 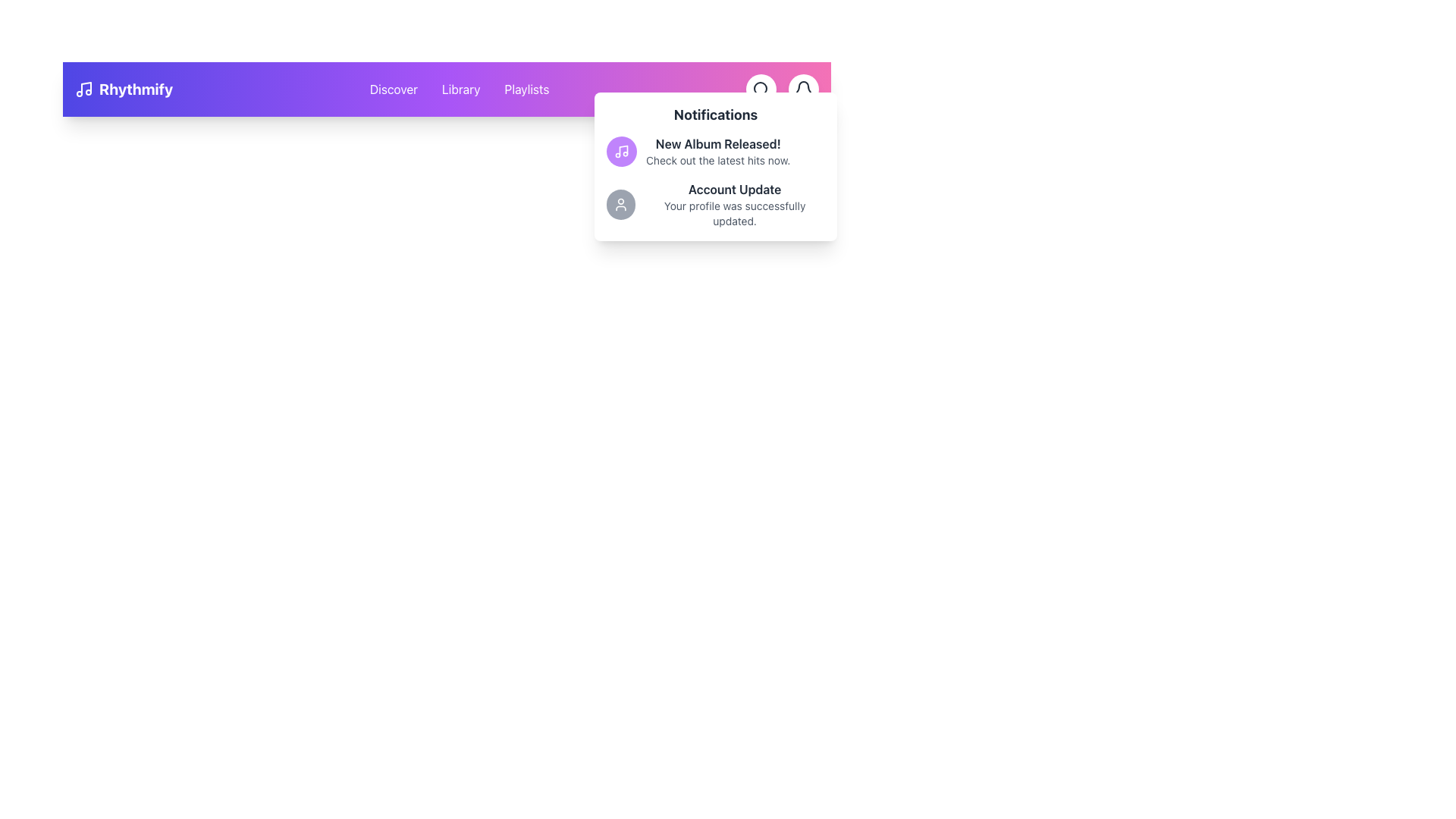 I want to click on the user-related notification icon that signifies an 'Account Update' notification, located to the left of the text 'Account Update' and 'Your profile was successfully updated.', so click(x=621, y=205).